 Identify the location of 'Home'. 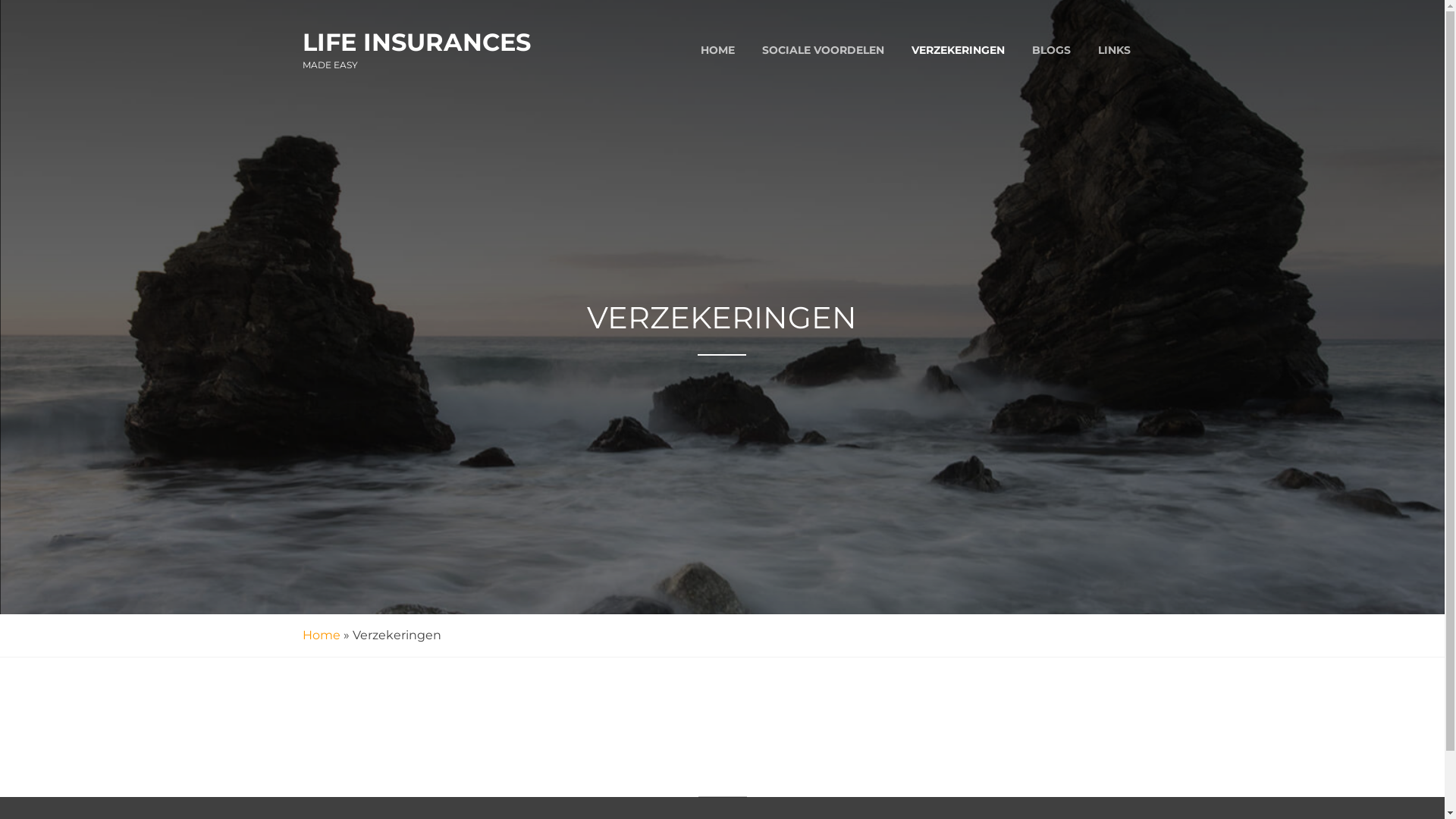
(302, 635).